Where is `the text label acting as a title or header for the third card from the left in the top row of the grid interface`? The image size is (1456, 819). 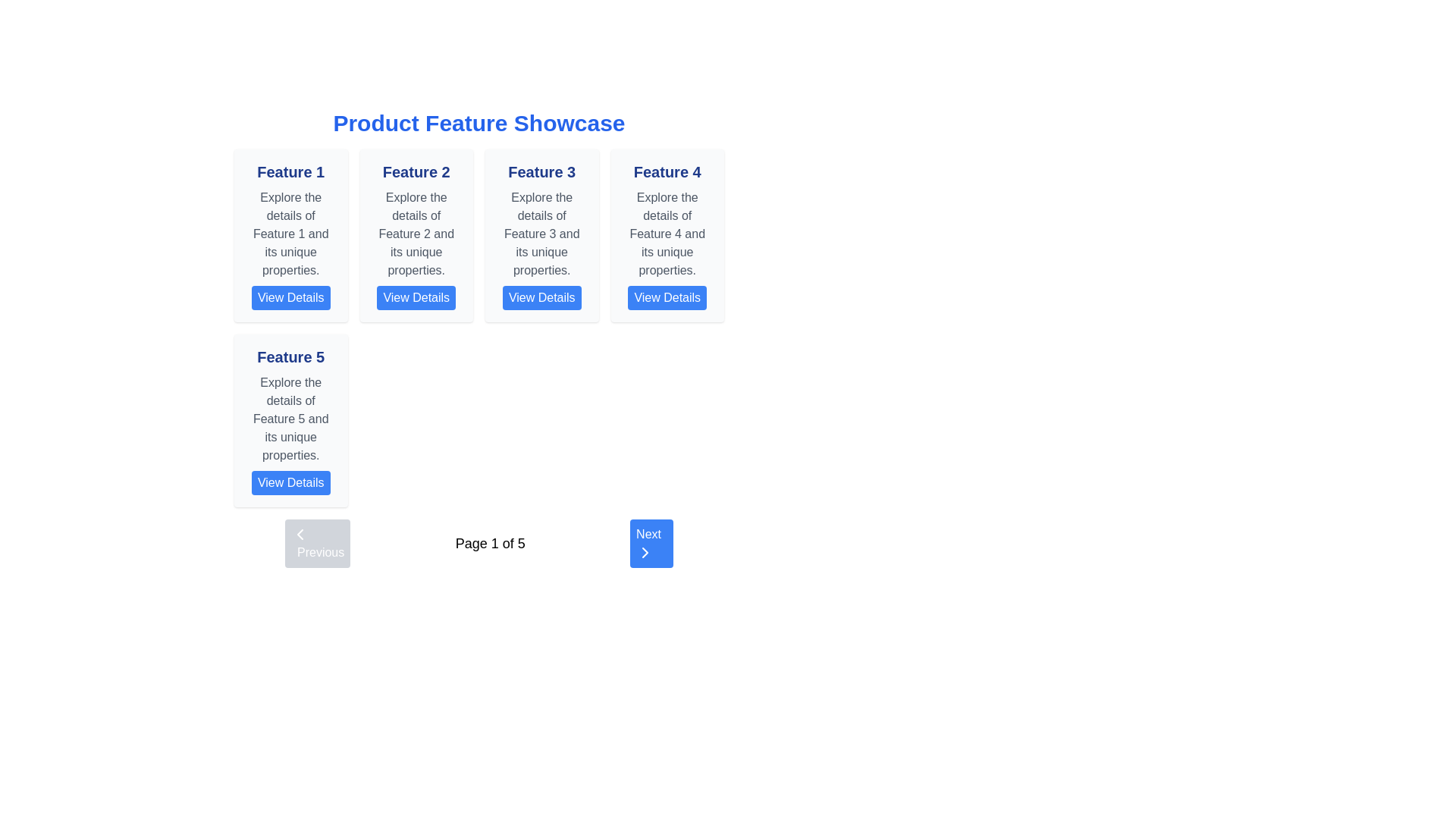
the text label acting as a title or header for the third card from the left in the top row of the grid interface is located at coordinates (541, 171).